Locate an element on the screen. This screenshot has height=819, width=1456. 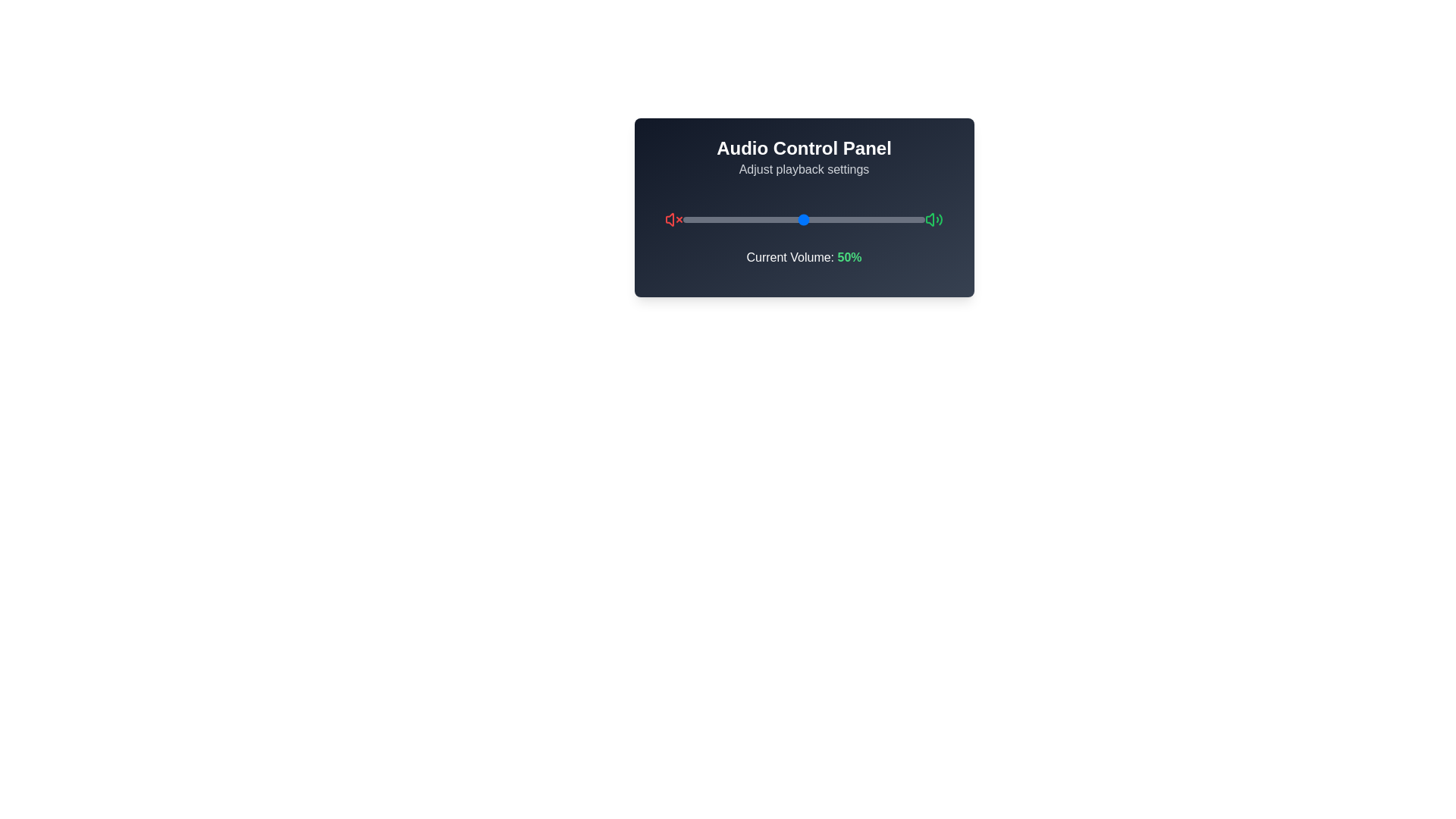
the volume slider to set the volume to 71% is located at coordinates (855, 219).